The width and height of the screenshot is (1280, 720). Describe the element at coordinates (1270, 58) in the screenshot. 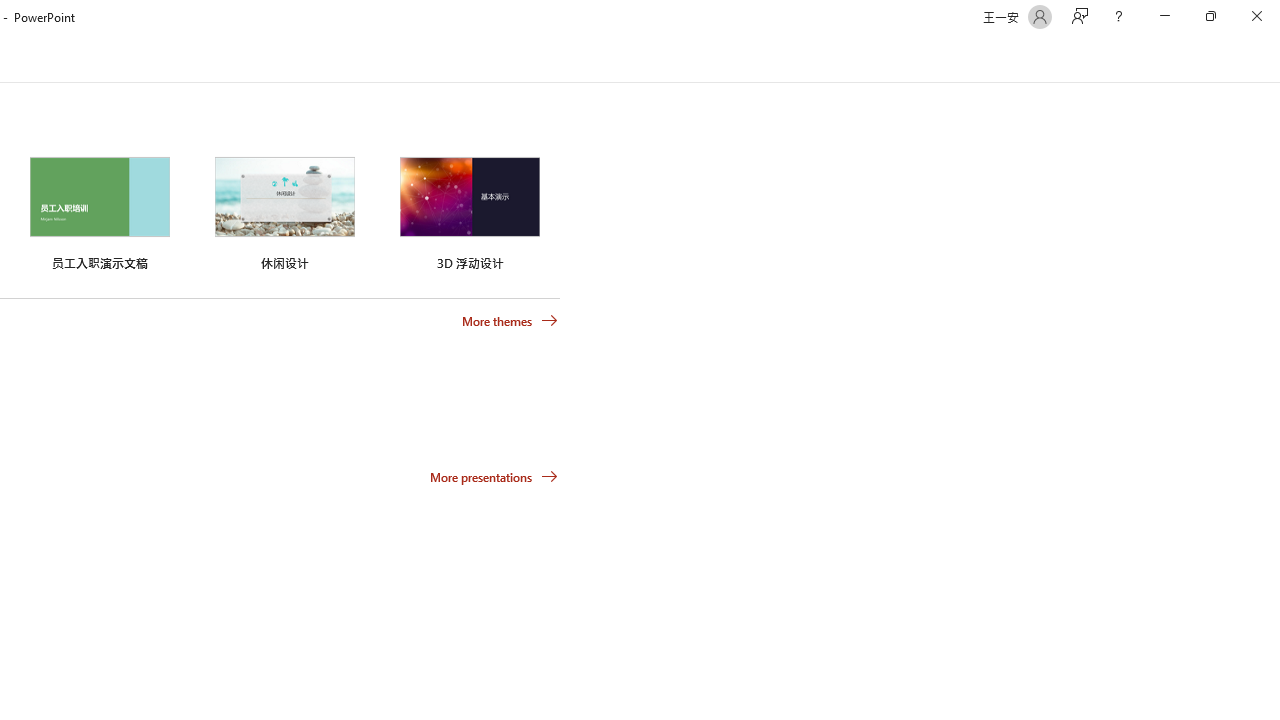

I see `'Class: NetUIScrollBar'` at that location.